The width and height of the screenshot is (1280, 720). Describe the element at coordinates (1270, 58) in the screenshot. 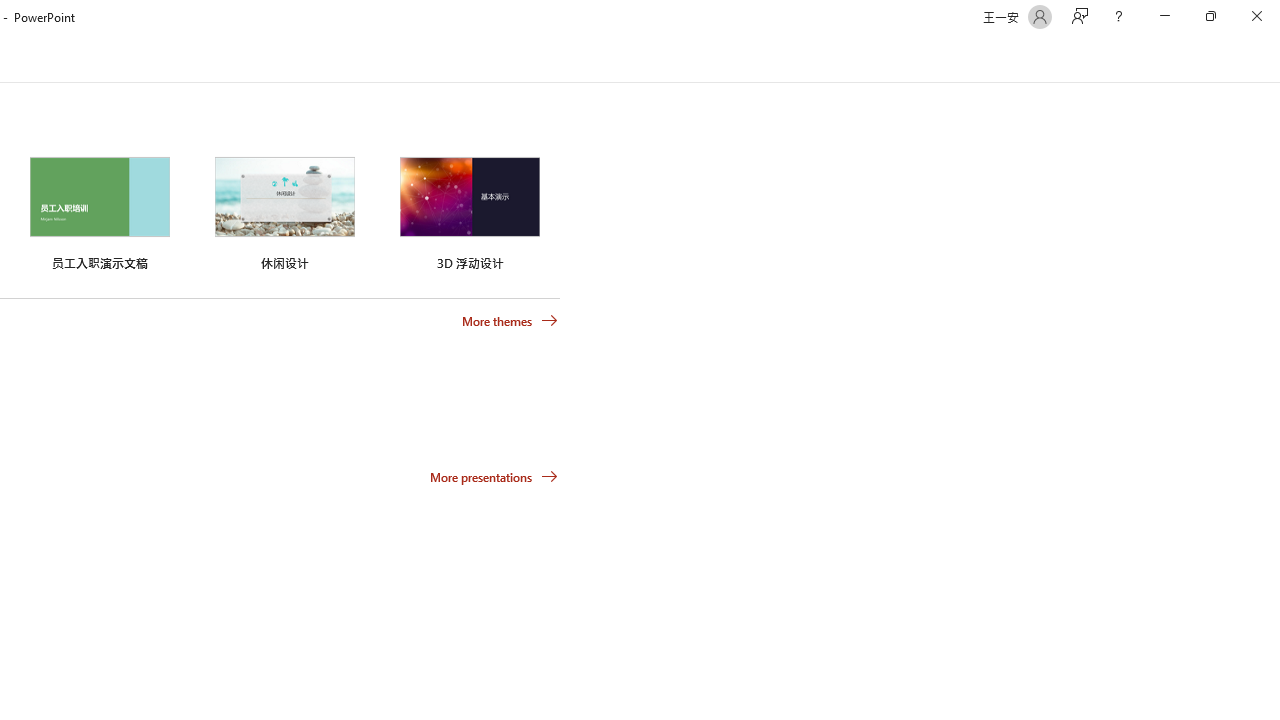

I see `'Class: NetUIScrollBar'` at that location.